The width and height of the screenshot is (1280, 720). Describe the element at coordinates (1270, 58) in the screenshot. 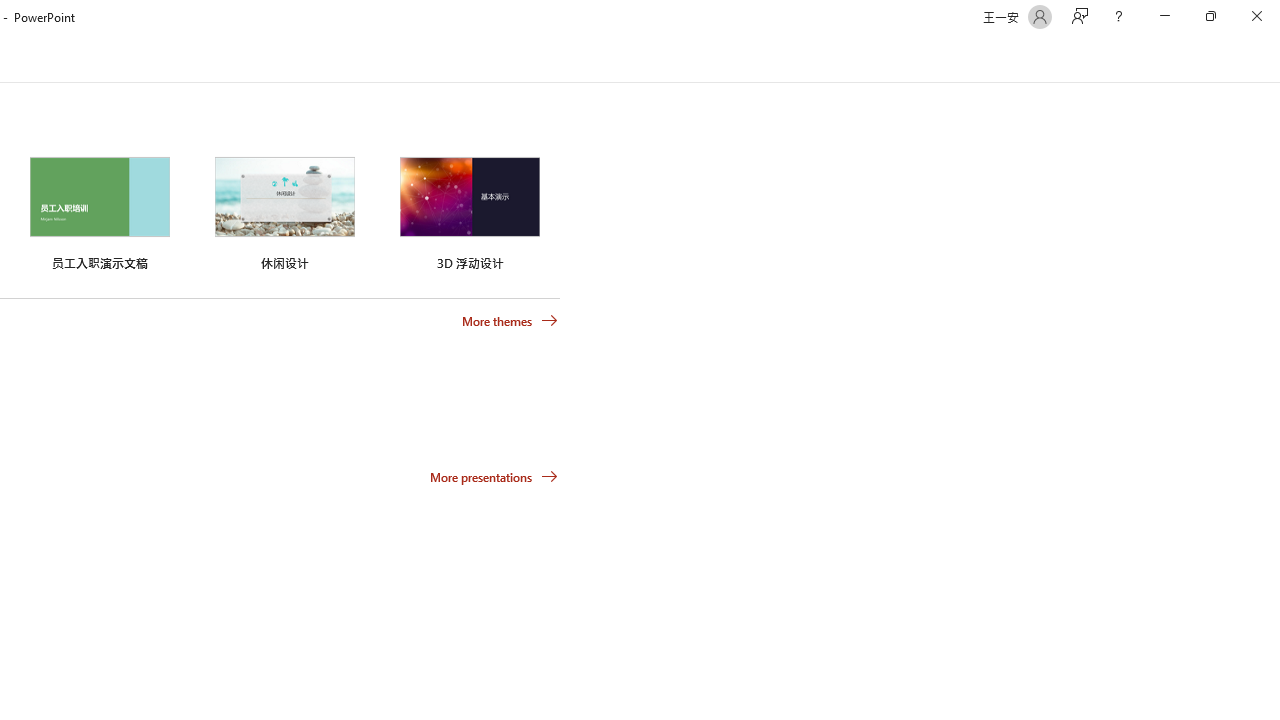

I see `'Class: NetUIScrollBar'` at that location.